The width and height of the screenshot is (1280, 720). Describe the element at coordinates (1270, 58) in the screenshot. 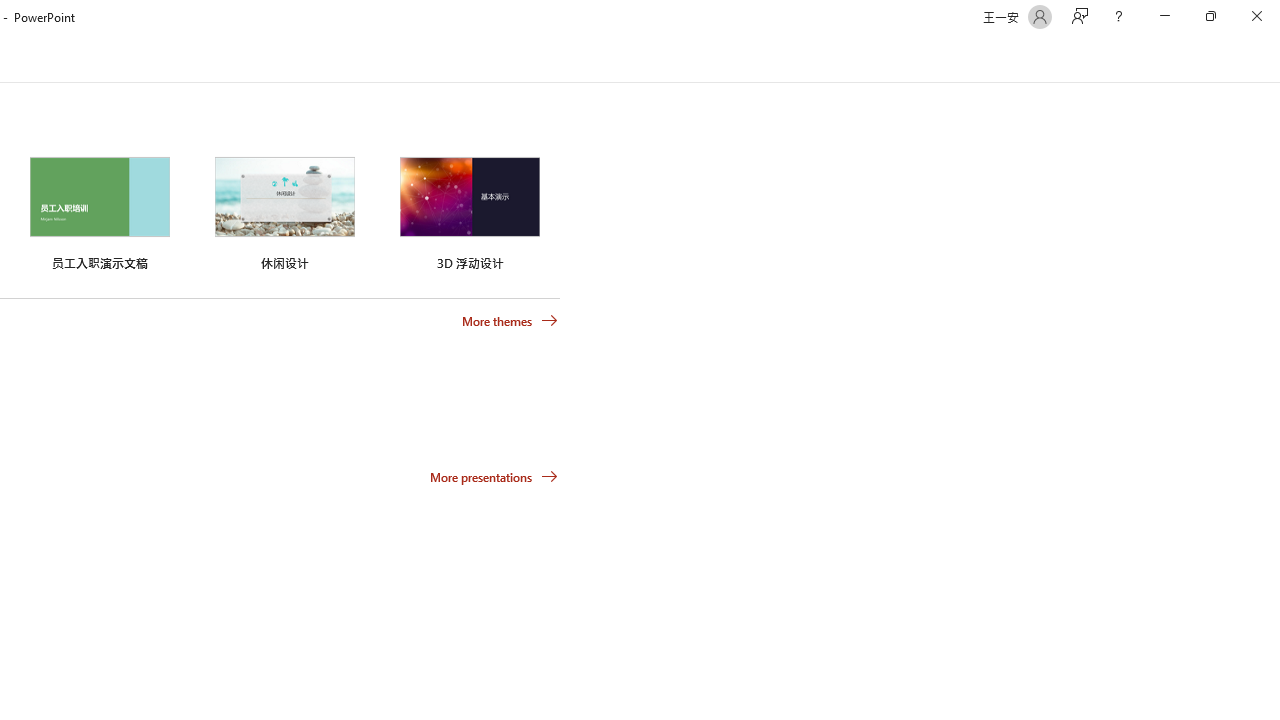

I see `'Class: NetUIScrollBar'` at that location.